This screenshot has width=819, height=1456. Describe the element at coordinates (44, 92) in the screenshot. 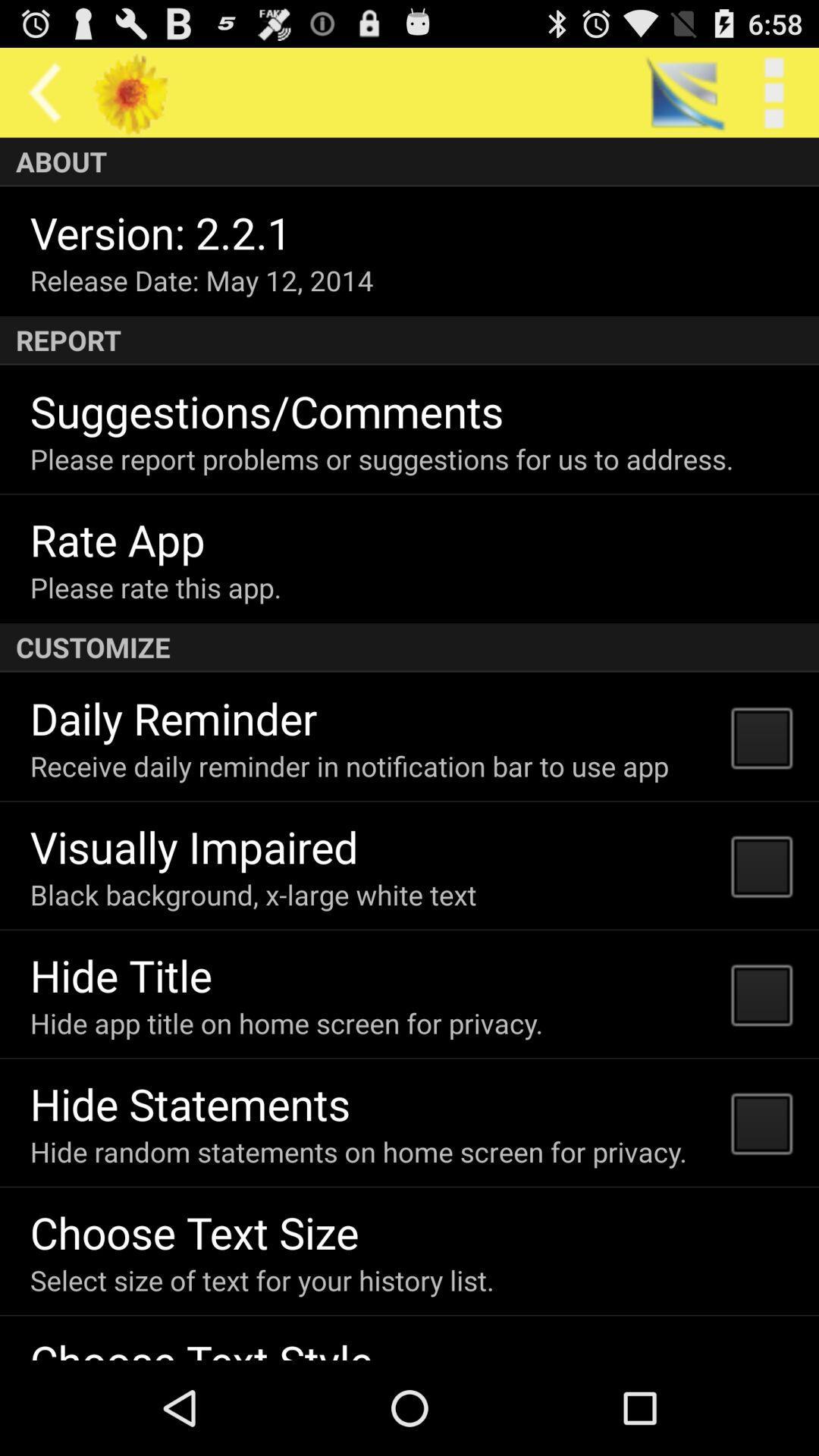

I see `the app above the about` at that location.